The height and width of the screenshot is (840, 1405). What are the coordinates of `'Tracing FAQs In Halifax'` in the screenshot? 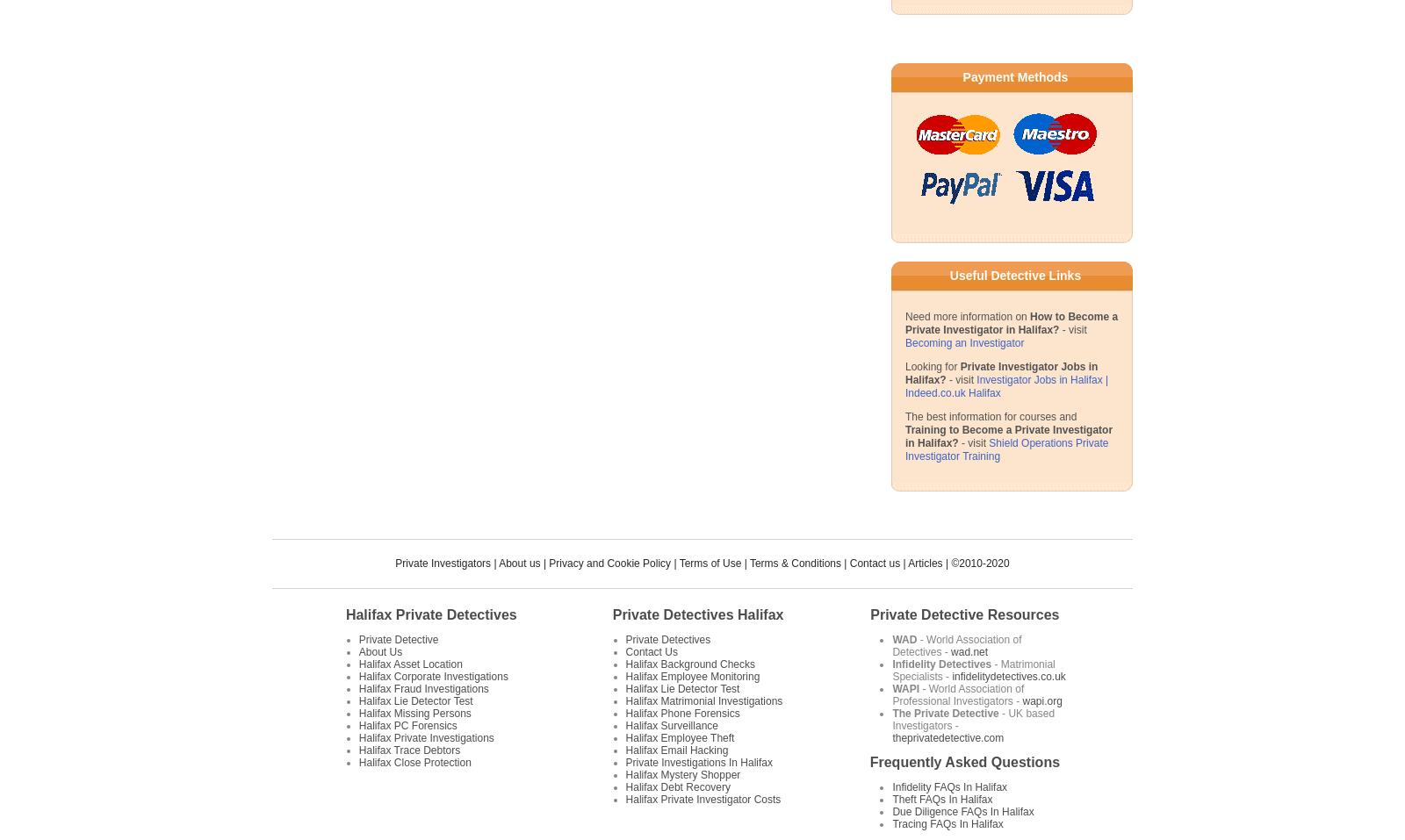 It's located at (947, 824).